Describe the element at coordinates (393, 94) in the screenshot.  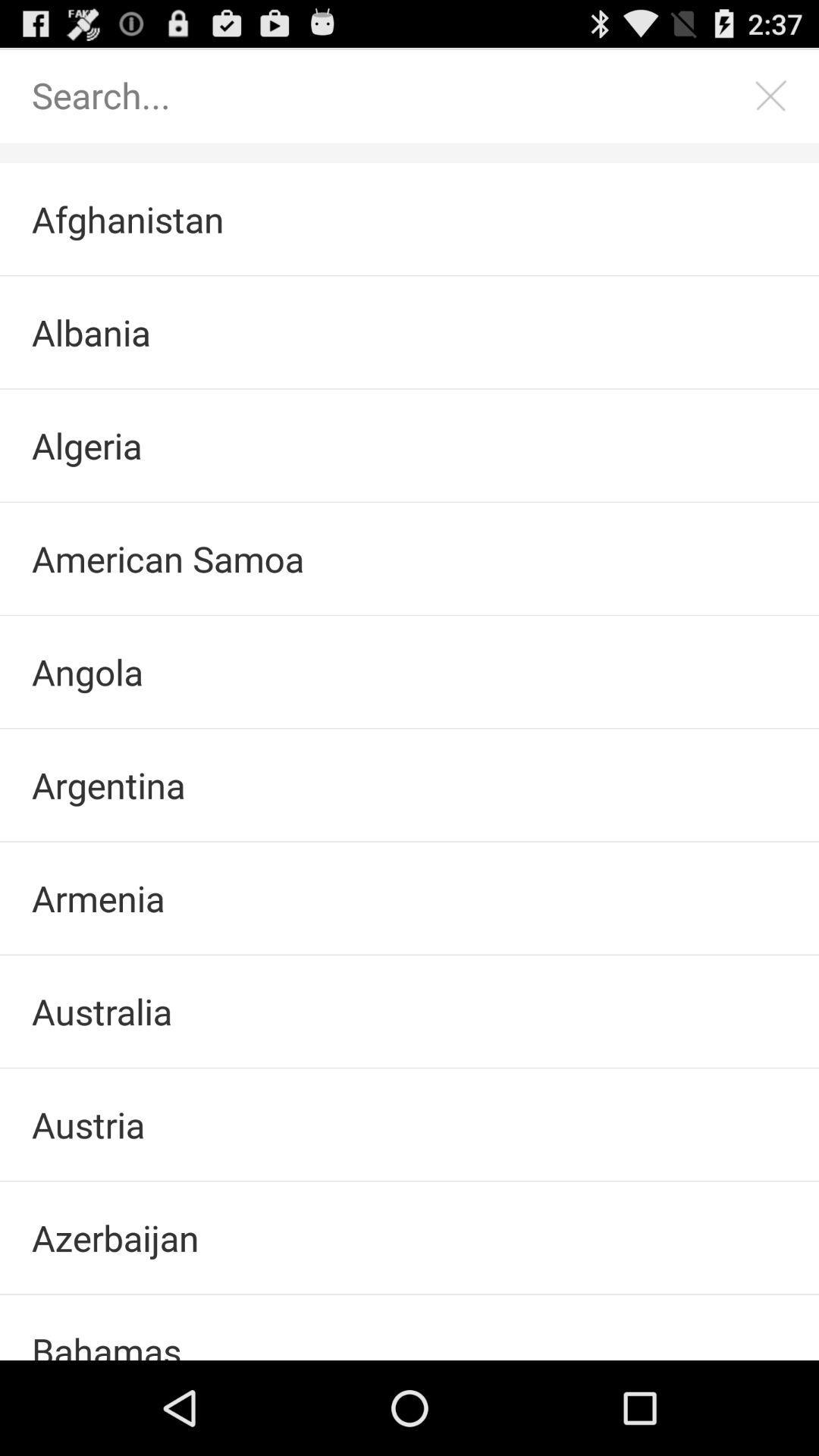
I see `search this list` at that location.